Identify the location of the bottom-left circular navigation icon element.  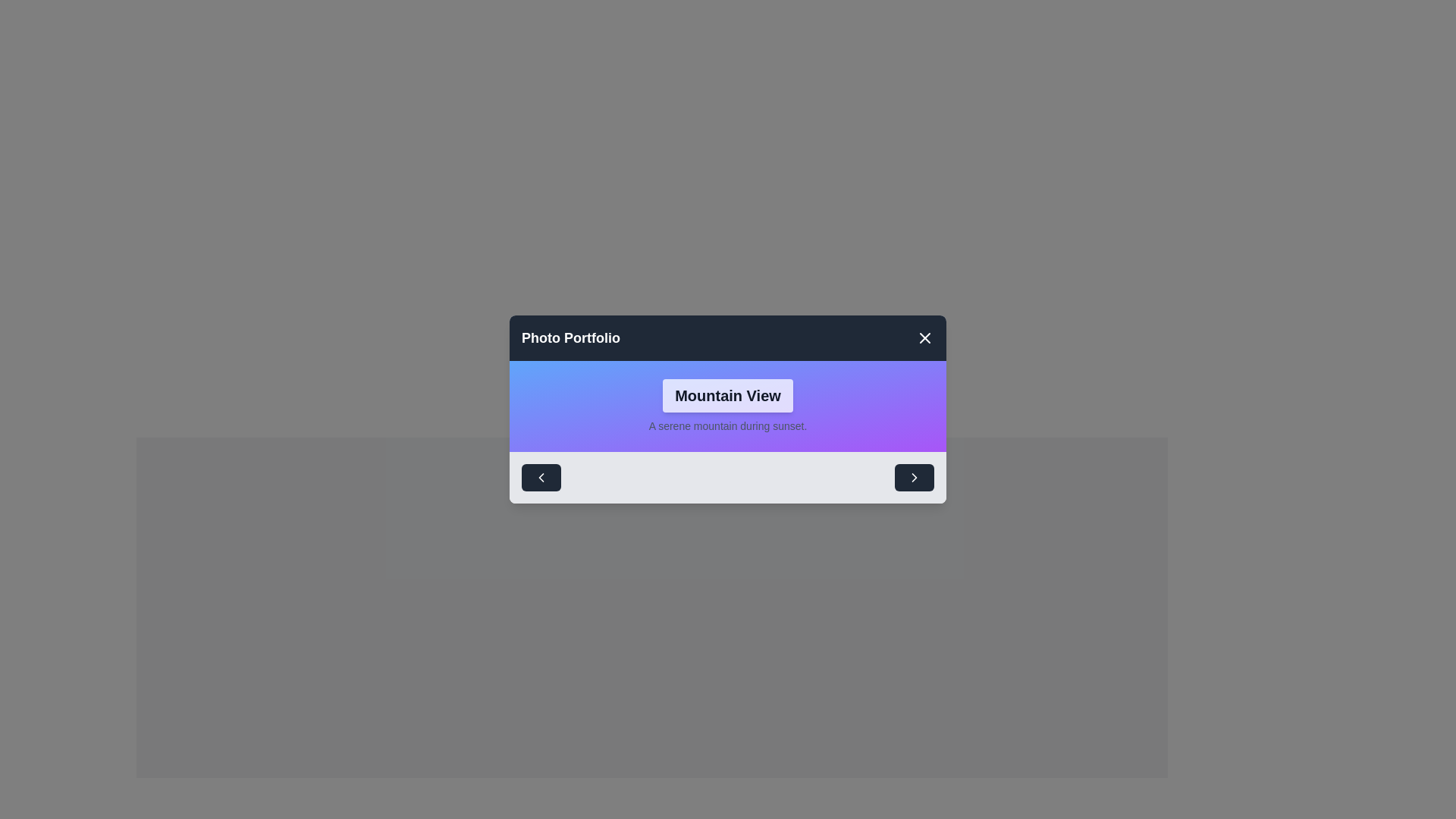
(541, 476).